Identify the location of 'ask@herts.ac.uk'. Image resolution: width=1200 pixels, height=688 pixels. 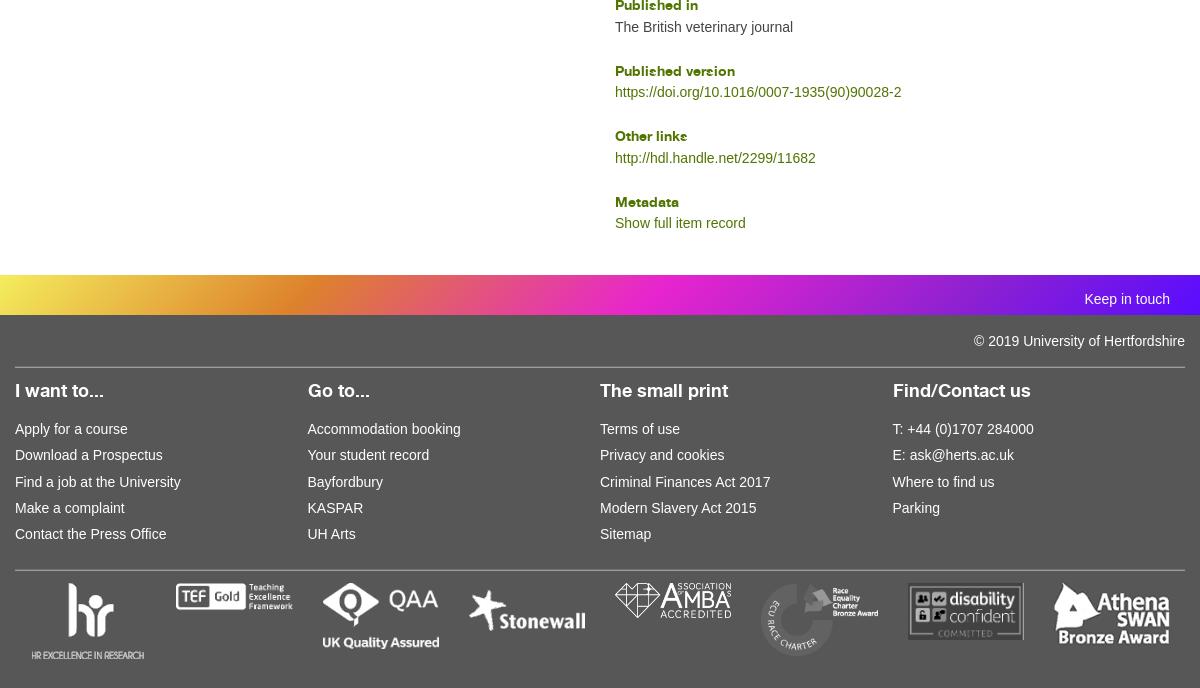
(961, 453).